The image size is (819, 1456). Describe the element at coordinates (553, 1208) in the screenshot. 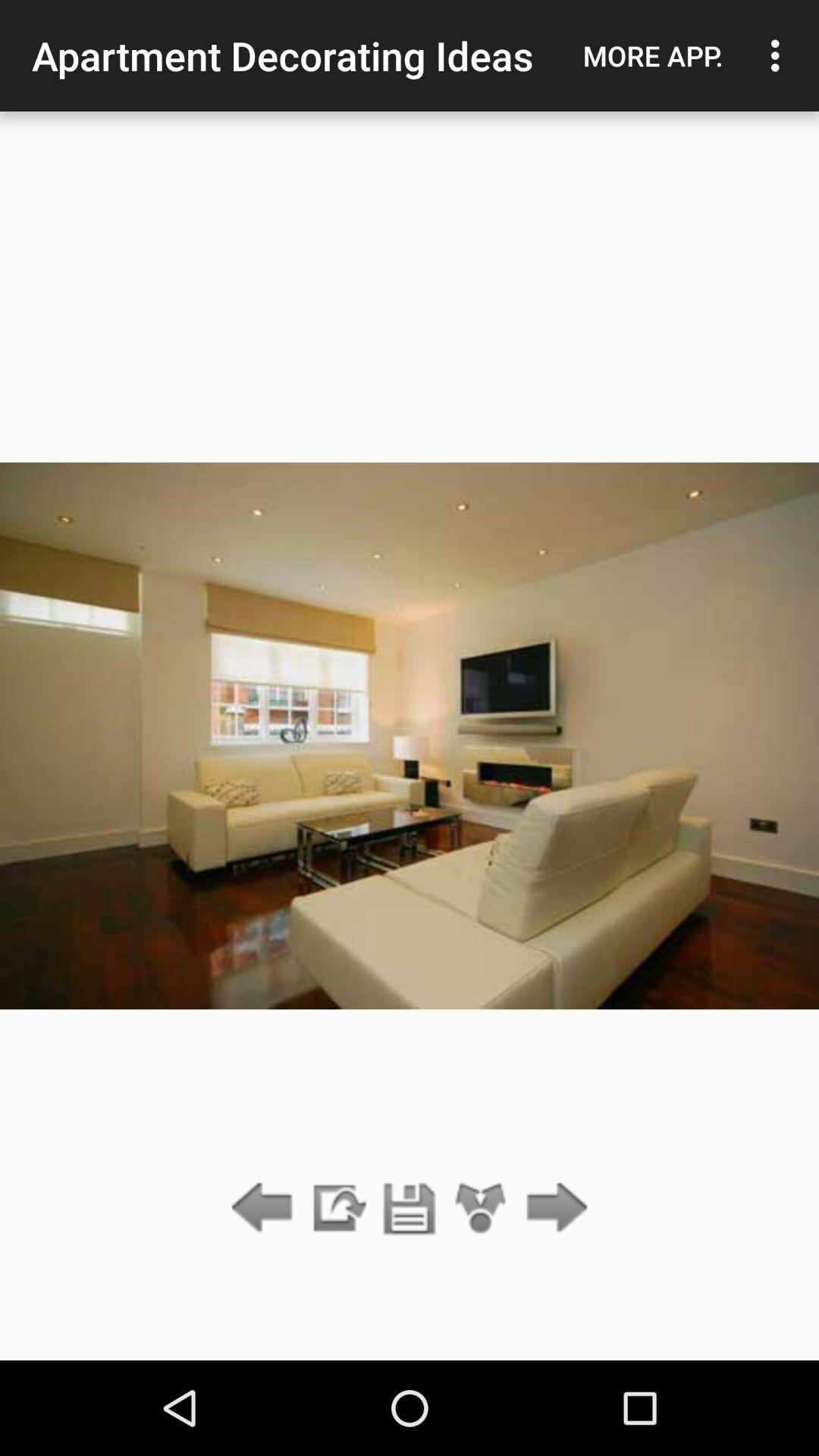

I see `the icon below more app.` at that location.